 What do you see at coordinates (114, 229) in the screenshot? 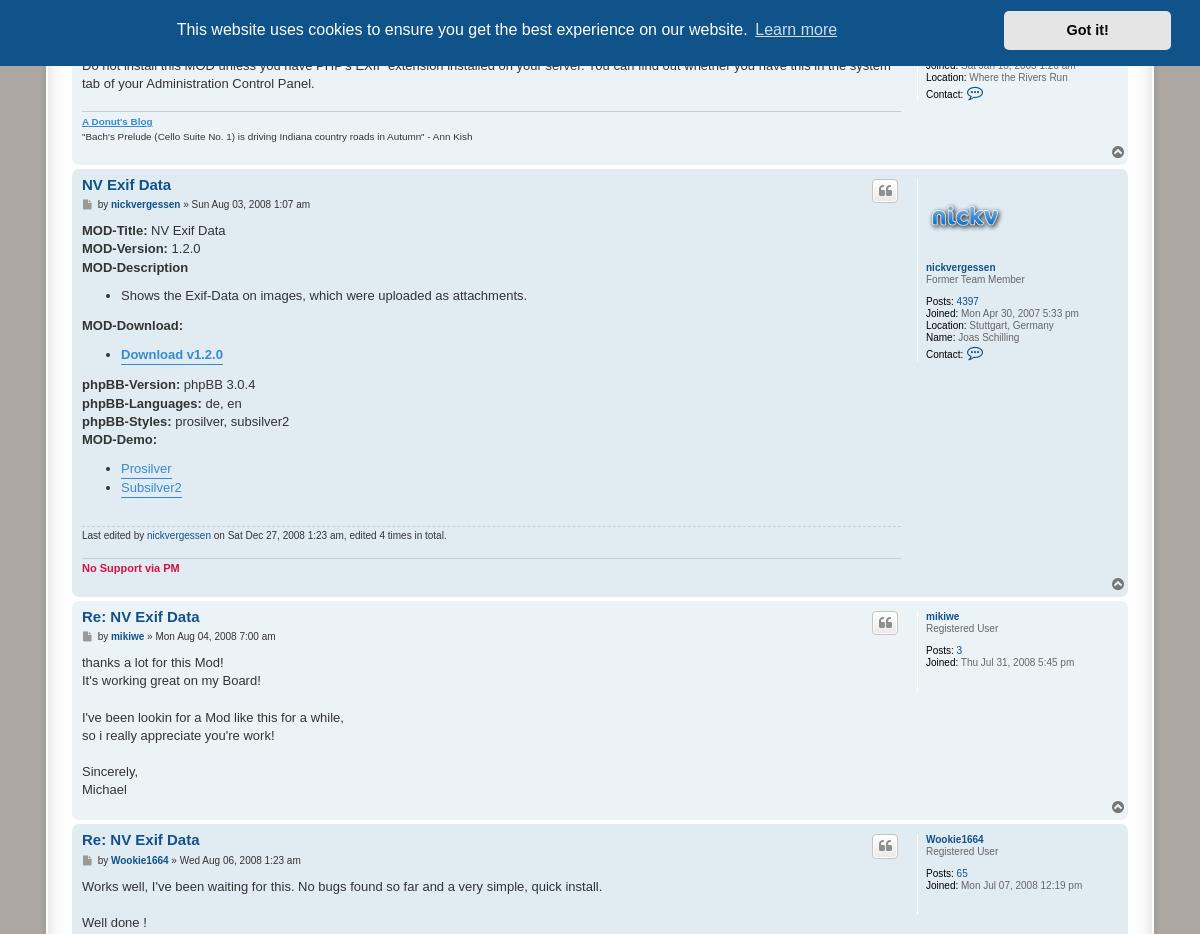
I see `'MOD-Title:'` at bounding box center [114, 229].